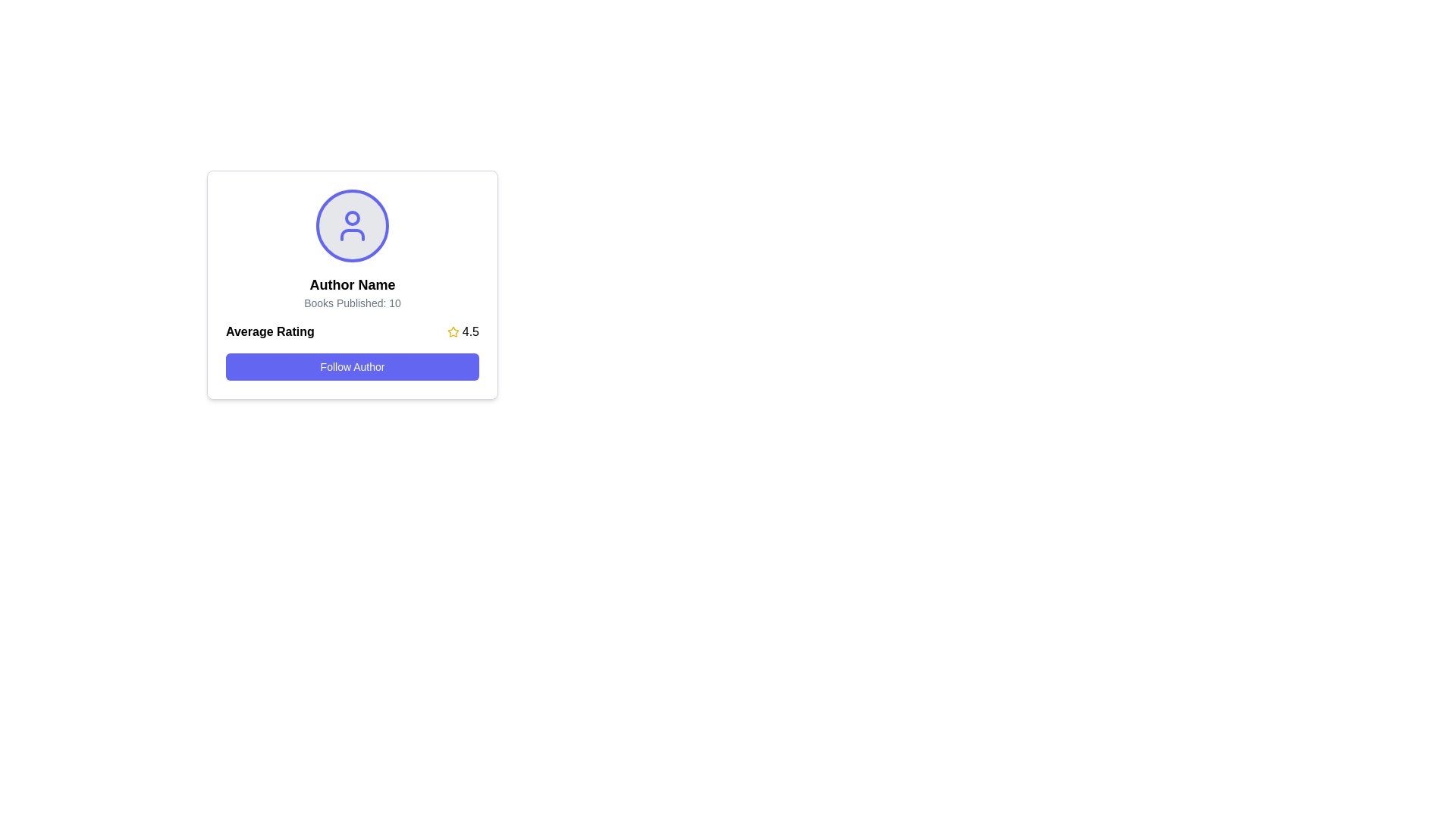 The image size is (1456, 819). What do you see at coordinates (352, 284) in the screenshot?
I see `the 'Author Name' label, which is bold and larger in font size, located in the center of the card layout above the 'Books Published: 10' text` at bounding box center [352, 284].